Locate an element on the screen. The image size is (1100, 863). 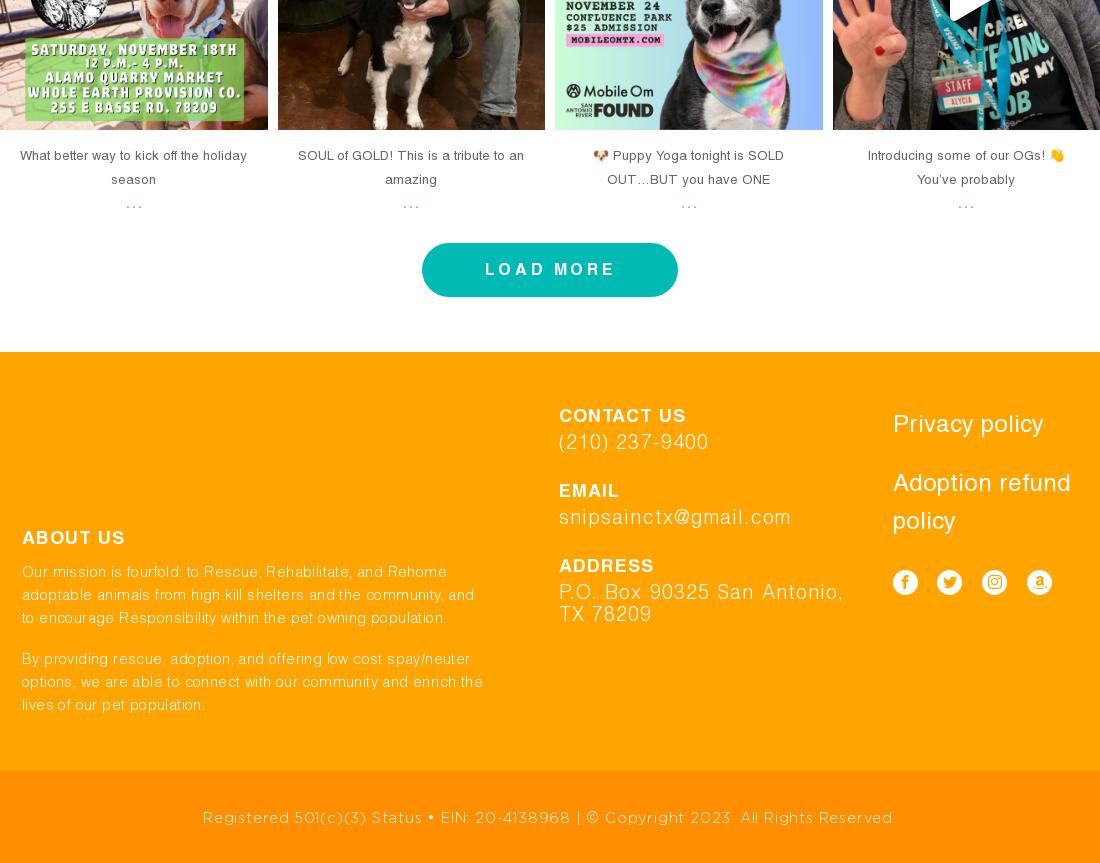
'Load More' is located at coordinates (549, 268).